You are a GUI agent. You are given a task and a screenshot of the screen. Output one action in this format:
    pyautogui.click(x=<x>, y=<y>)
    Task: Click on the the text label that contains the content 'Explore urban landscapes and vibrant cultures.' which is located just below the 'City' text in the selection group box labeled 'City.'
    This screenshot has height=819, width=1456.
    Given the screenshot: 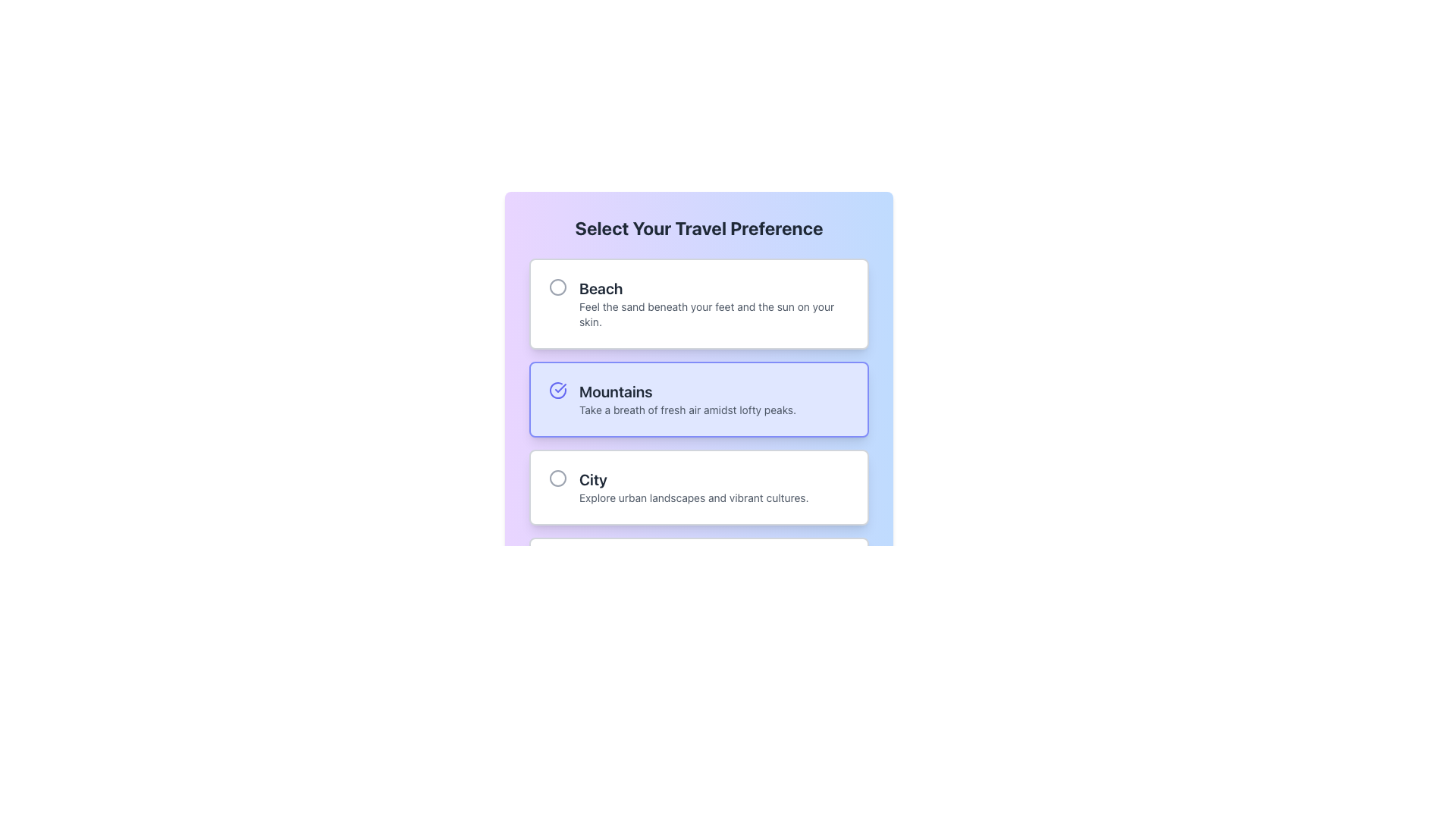 What is the action you would take?
    pyautogui.click(x=693, y=497)
    